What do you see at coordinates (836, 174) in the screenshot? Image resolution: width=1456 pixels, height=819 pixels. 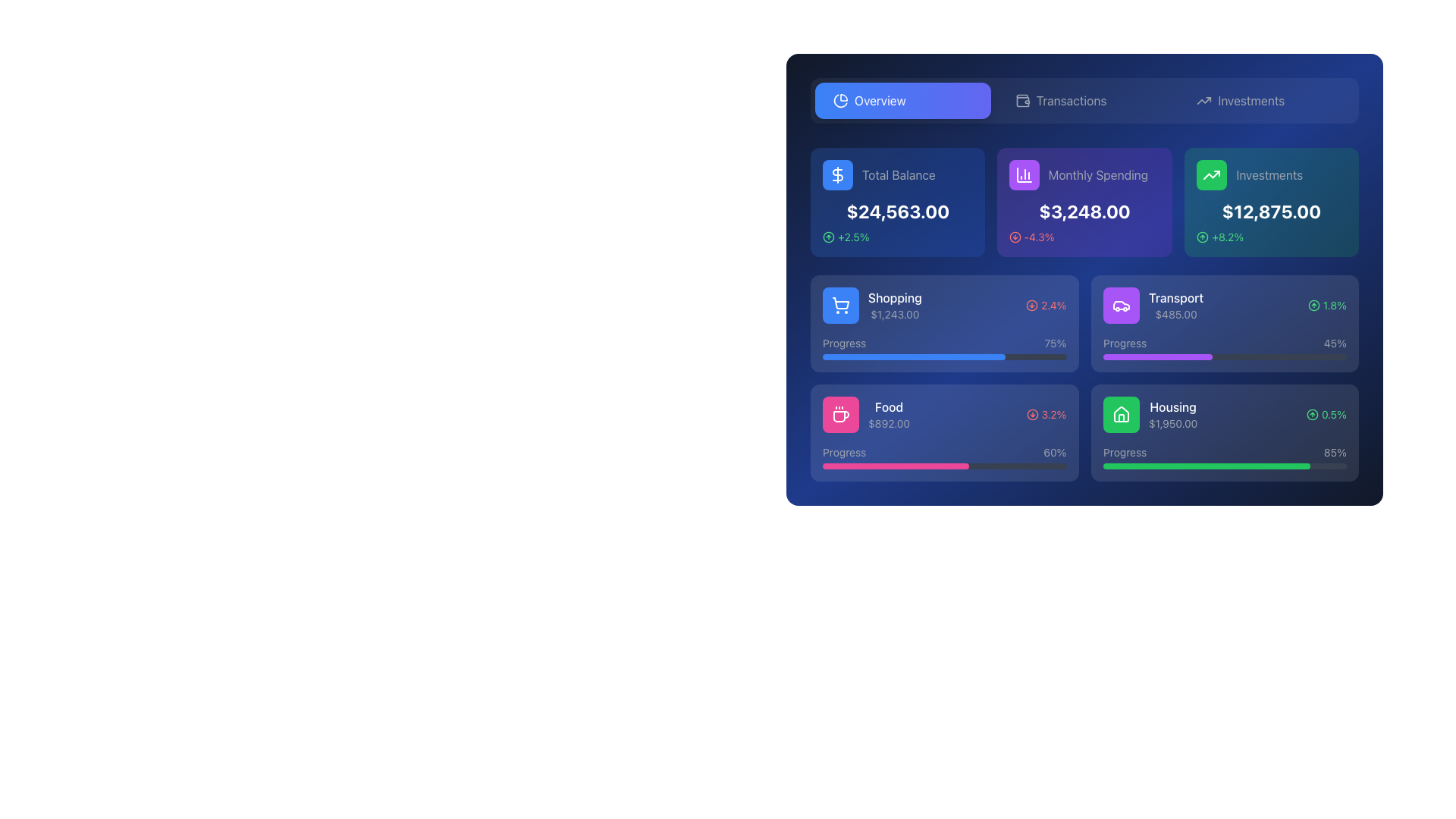 I see `the blue square icon with rounded edges containing a white dollar sign, located within the 'Total Balance' component` at bounding box center [836, 174].